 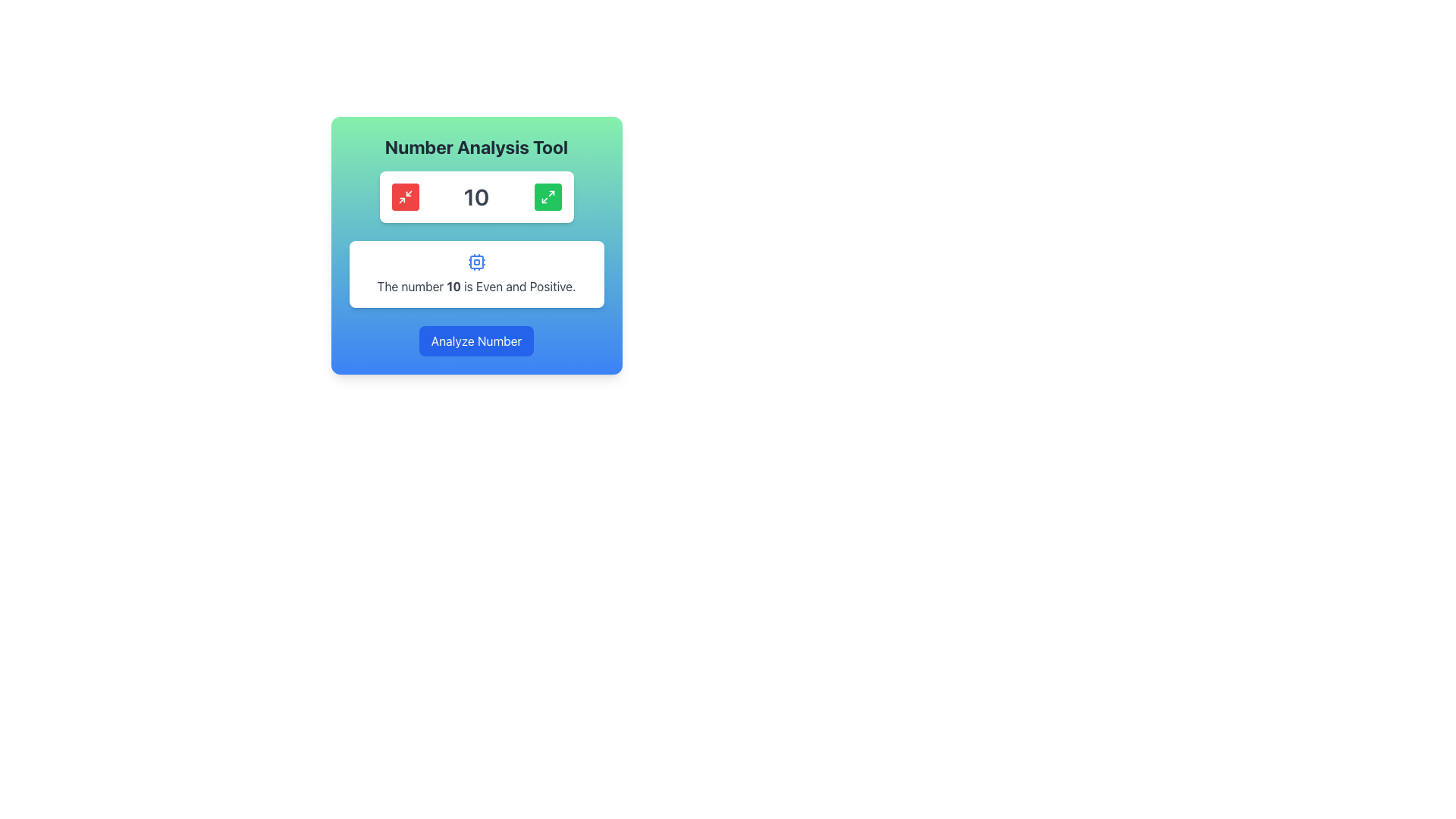 I want to click on the CPU icon that represents computational functionality, which is located above the text 'The number 10 is Even and Positive.', so click(x=475, y=262).